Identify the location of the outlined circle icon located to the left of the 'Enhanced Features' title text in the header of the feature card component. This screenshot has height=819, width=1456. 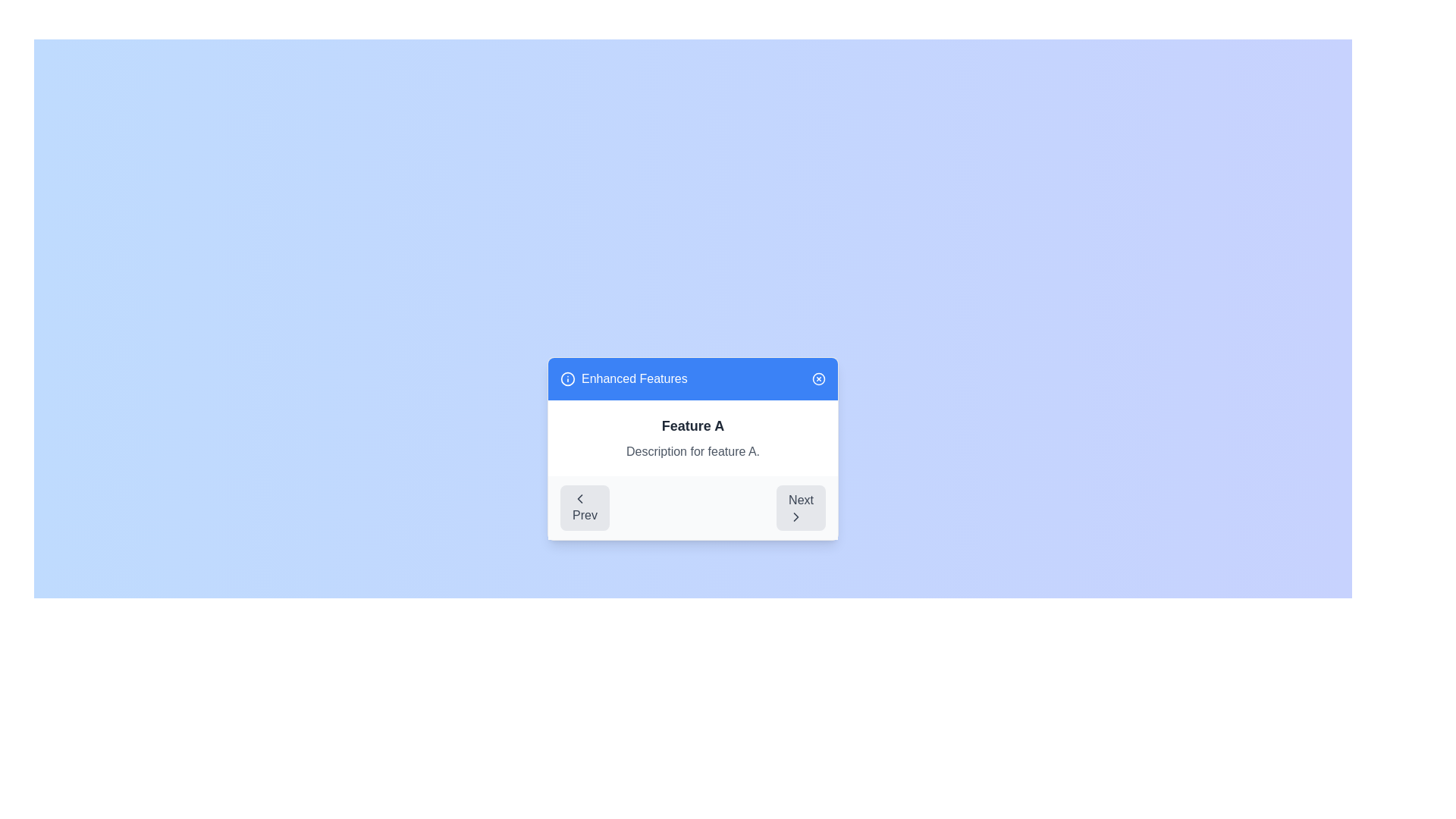
(566, 378).